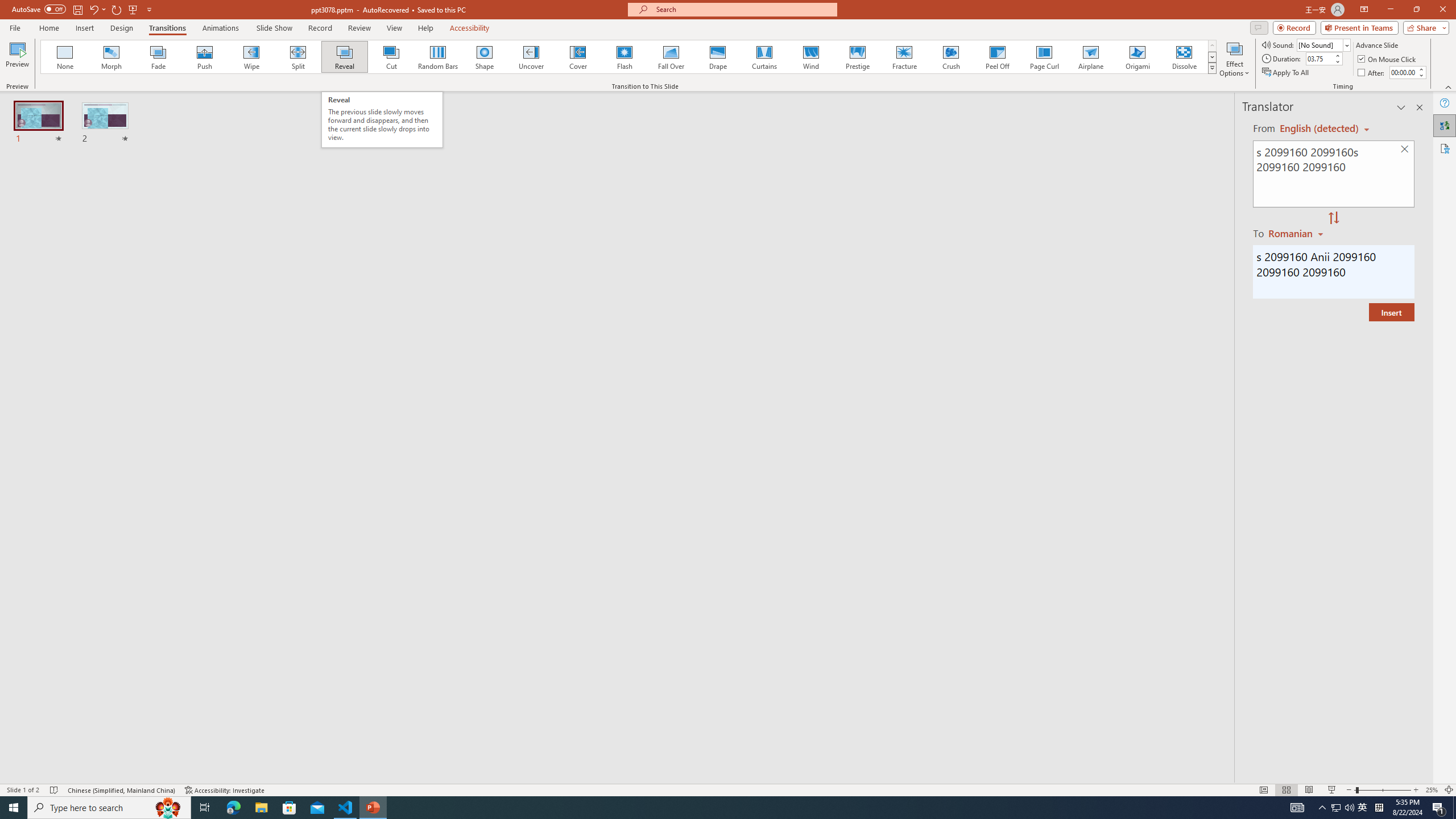 The width and height of the screenshot is (1456, 819). What do you see at coordinates (1212, 67) in the screenshot?
I see `'Transition Effects'` at bounding box center [1212, 67].